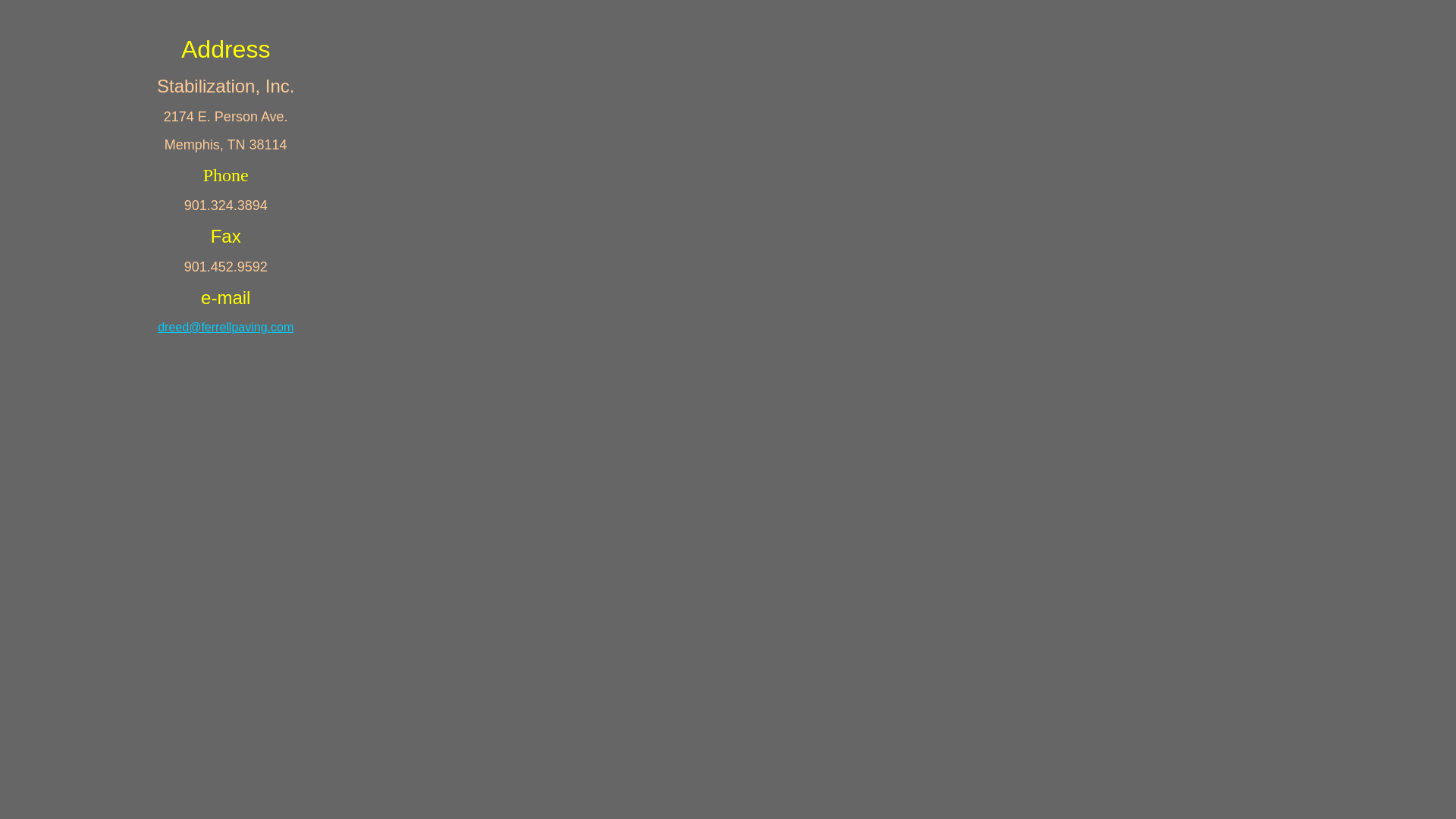  I want to click on 'dreed@ferrellpaving.com', so click(224, 326).